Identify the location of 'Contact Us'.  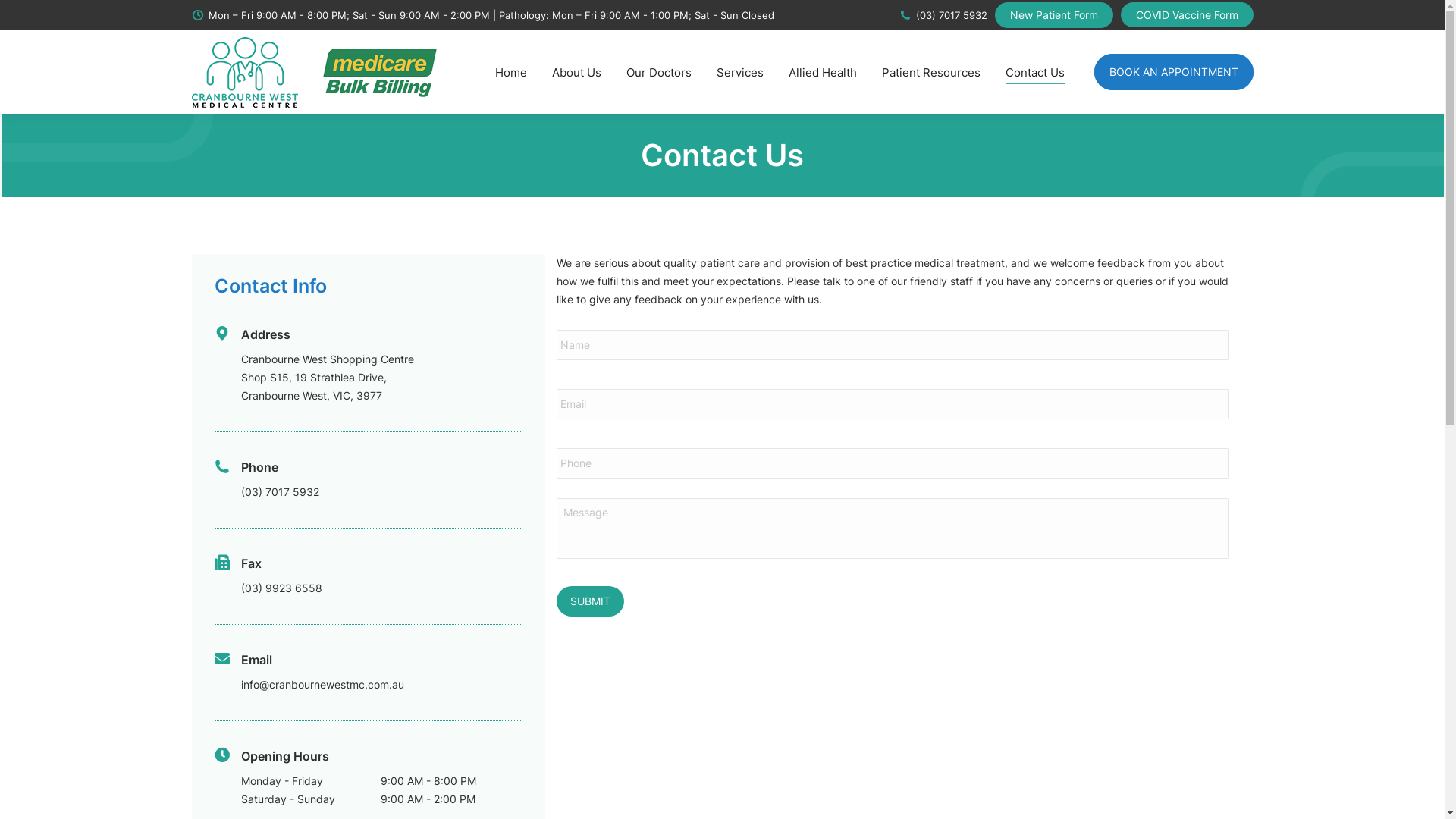
(1034, 72).